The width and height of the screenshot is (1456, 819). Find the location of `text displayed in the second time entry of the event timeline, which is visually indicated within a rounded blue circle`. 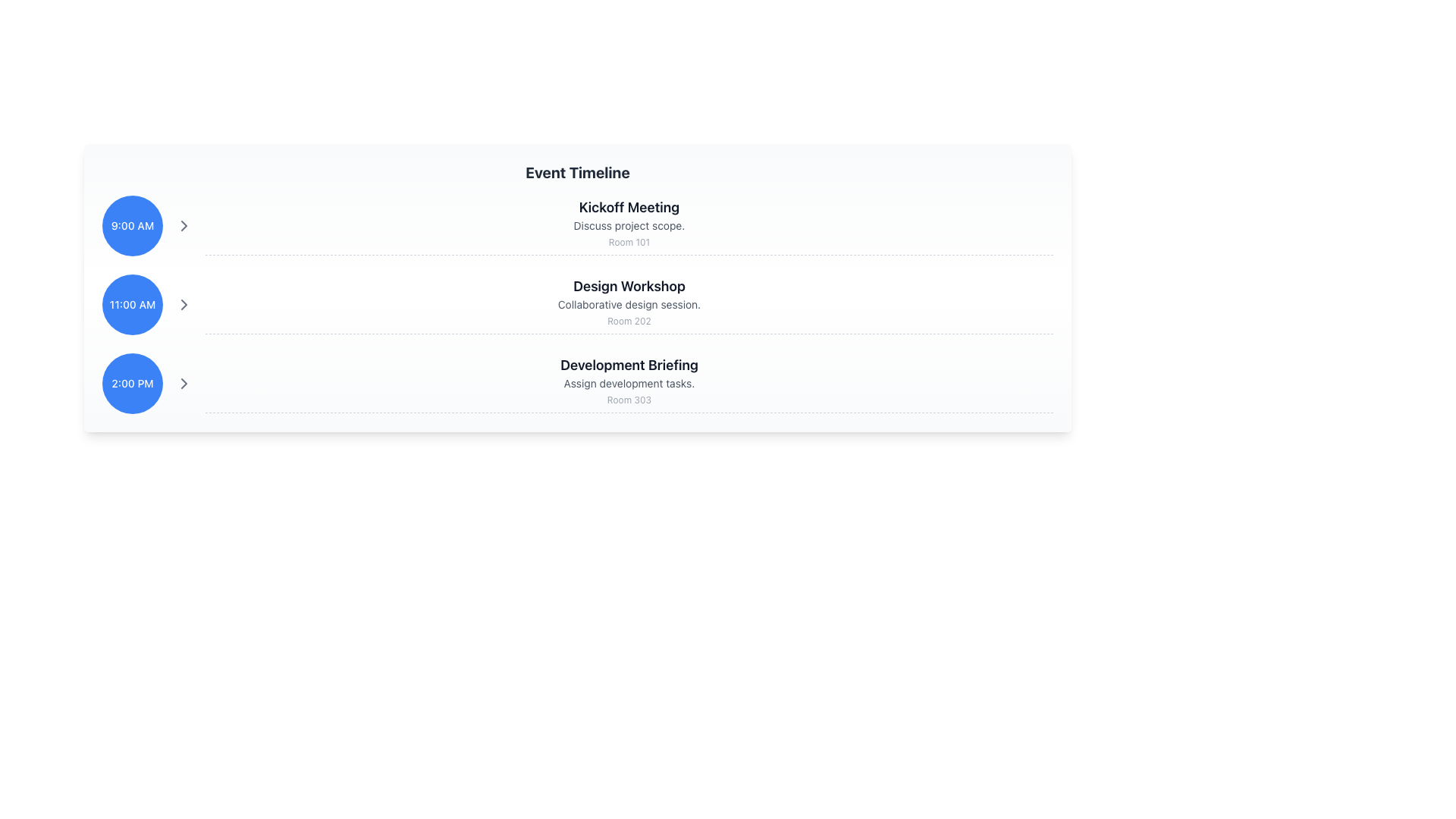

text displayed in the second time entry of the event timeline, which is visually indicated within a rounded blue circle is located at coordinates (132, 304).